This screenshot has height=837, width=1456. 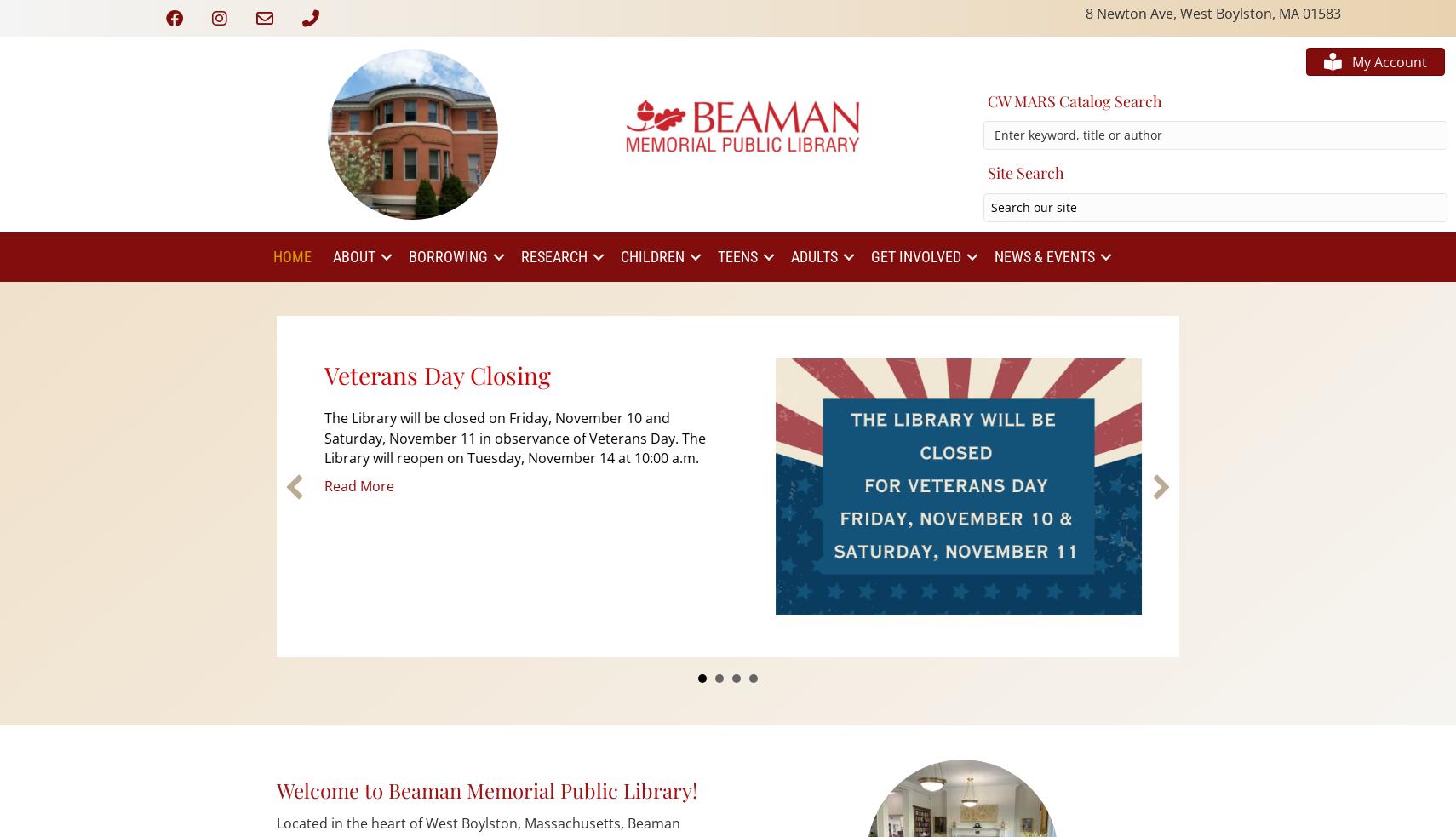 I want to click on 'Site Search', so click(x=986, y=172).